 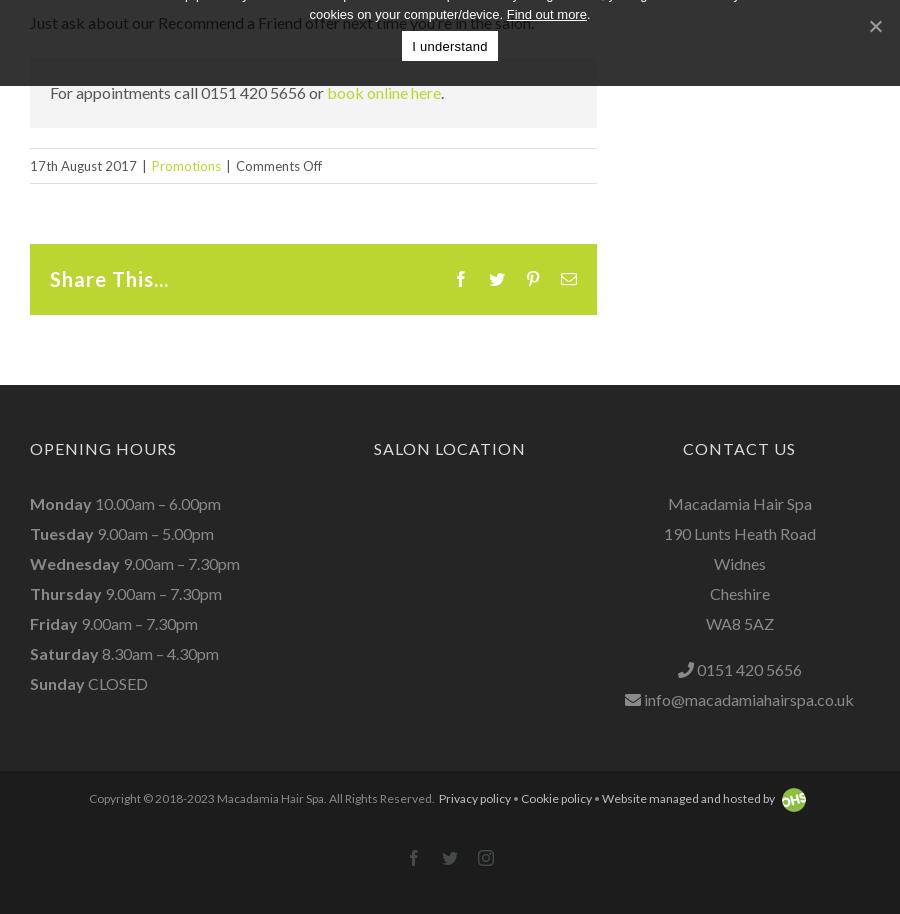 What do you see at coordinates (188, 90) in the screenshot?
I see `'For appointments call 0151 420 5656 or'` at bounding box center [188, 90].